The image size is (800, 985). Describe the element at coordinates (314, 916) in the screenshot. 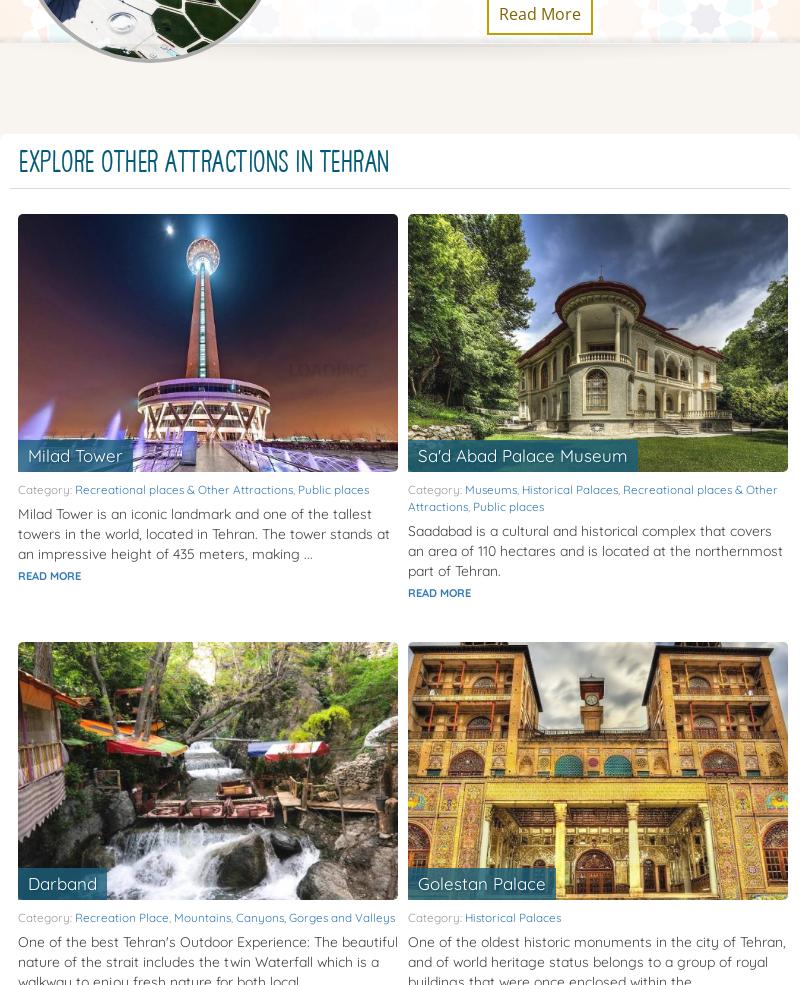

I see `'Canyons, Gorges and Valleys'` at that location.